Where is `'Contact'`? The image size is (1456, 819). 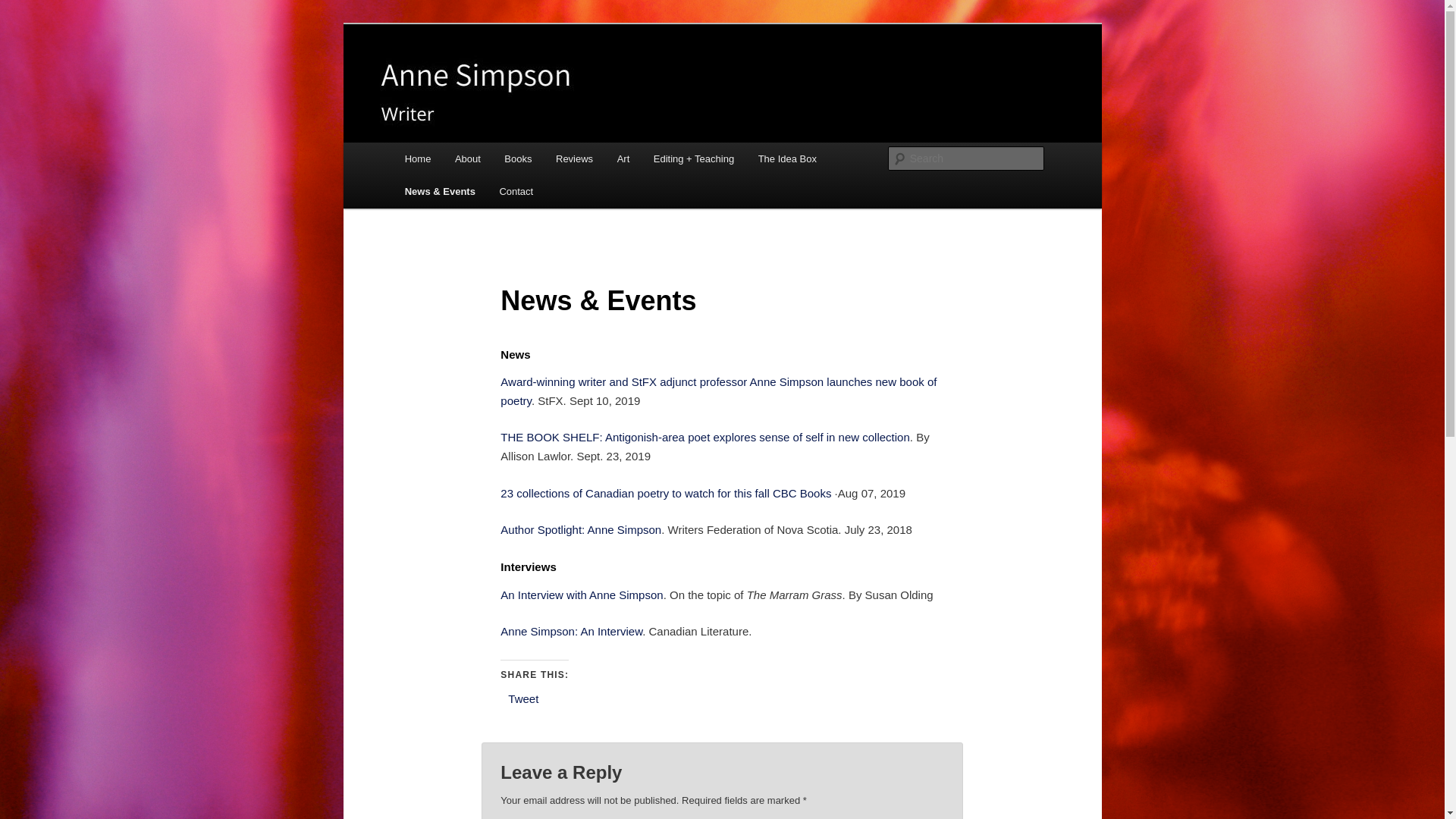
'Contact' is located at coordinates (516, 190).